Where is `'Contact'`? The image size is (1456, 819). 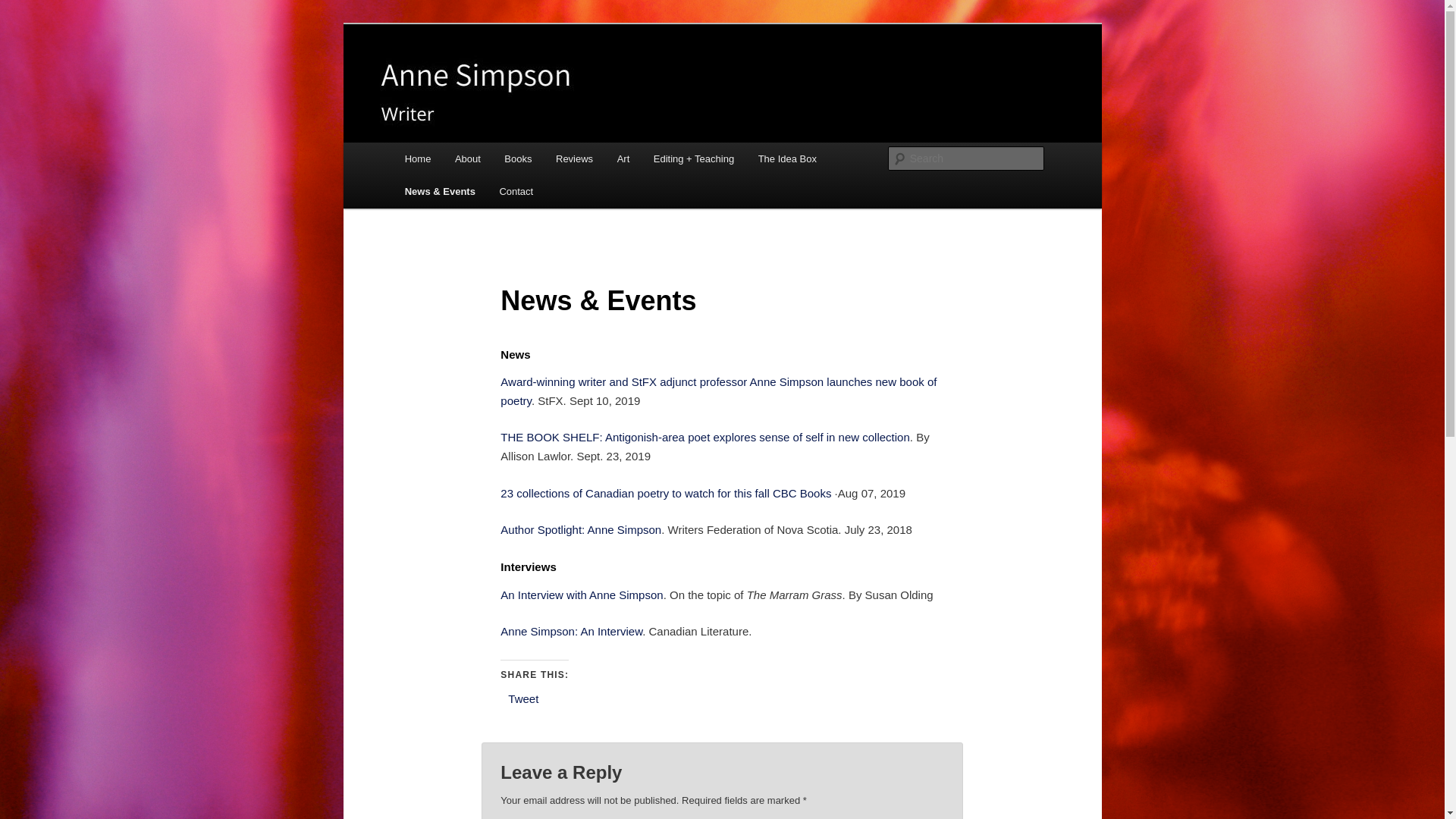
'Contact' is located at coordinates (516, 190).